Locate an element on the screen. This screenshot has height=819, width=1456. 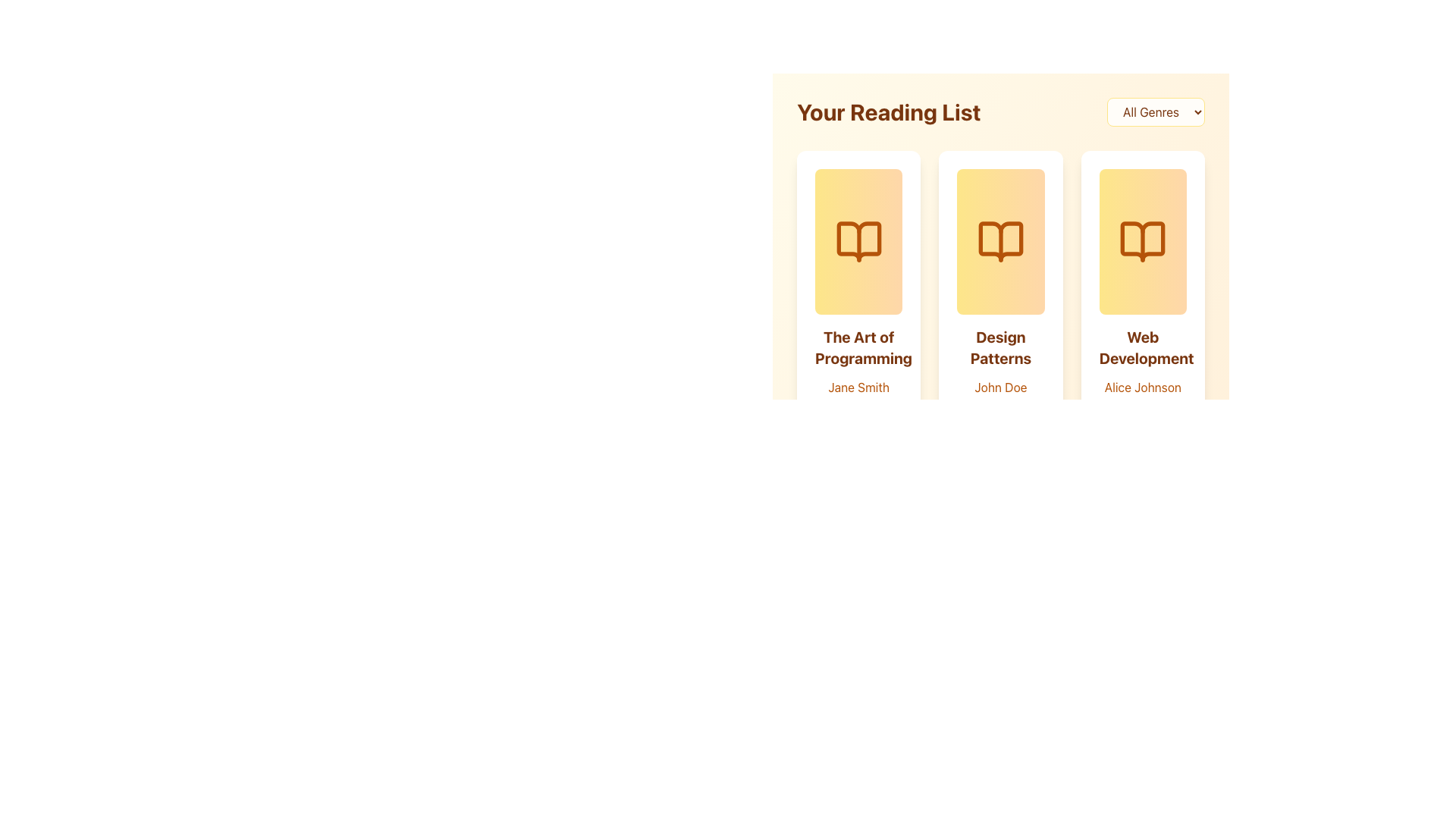
the text display component labeled 'Design Patterns' and 'John Doe' is located at coordinates (1001, 393).